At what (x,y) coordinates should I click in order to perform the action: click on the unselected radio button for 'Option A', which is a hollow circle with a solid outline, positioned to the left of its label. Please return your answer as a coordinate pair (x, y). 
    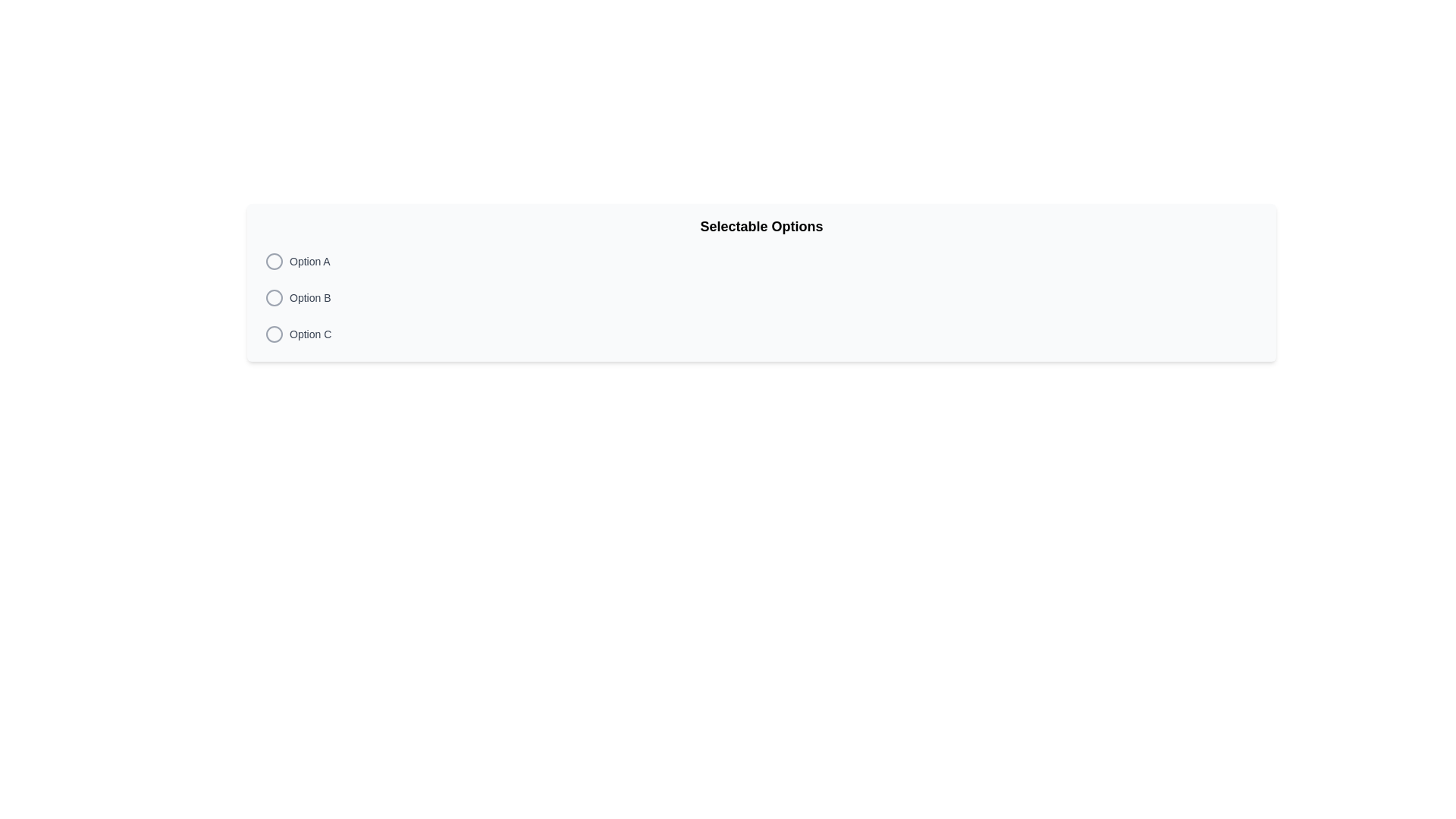
    Looking at the image, I should click on (274, 260).